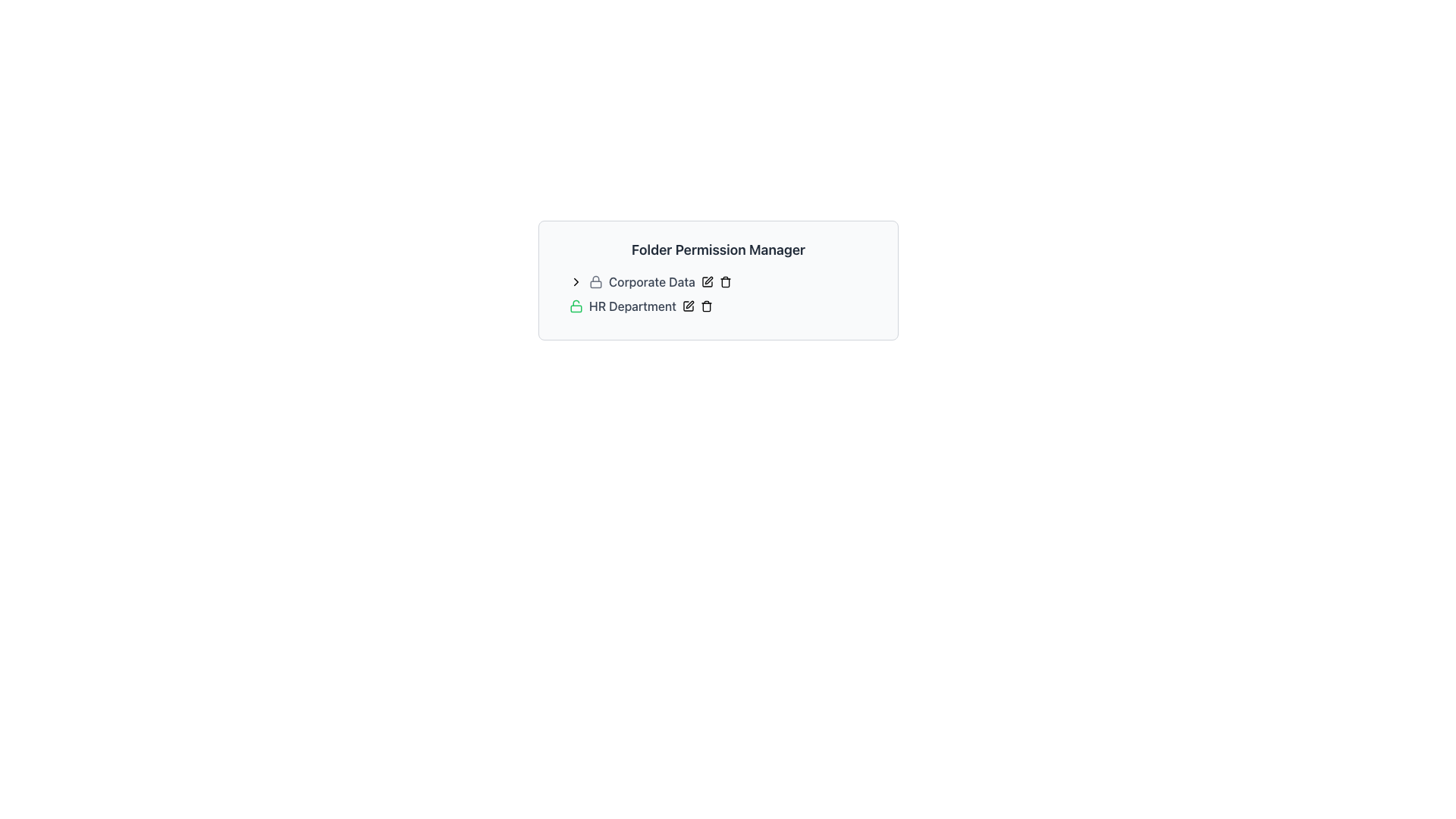 Image resolution: width=1456 pixels, height=819 pixels. Describe the element at coordinates (575, 306) in the screenshot. I see `the green outlined lock icon located to the left of 'HR Department' in the Folder Permission Manager interface` at that location.